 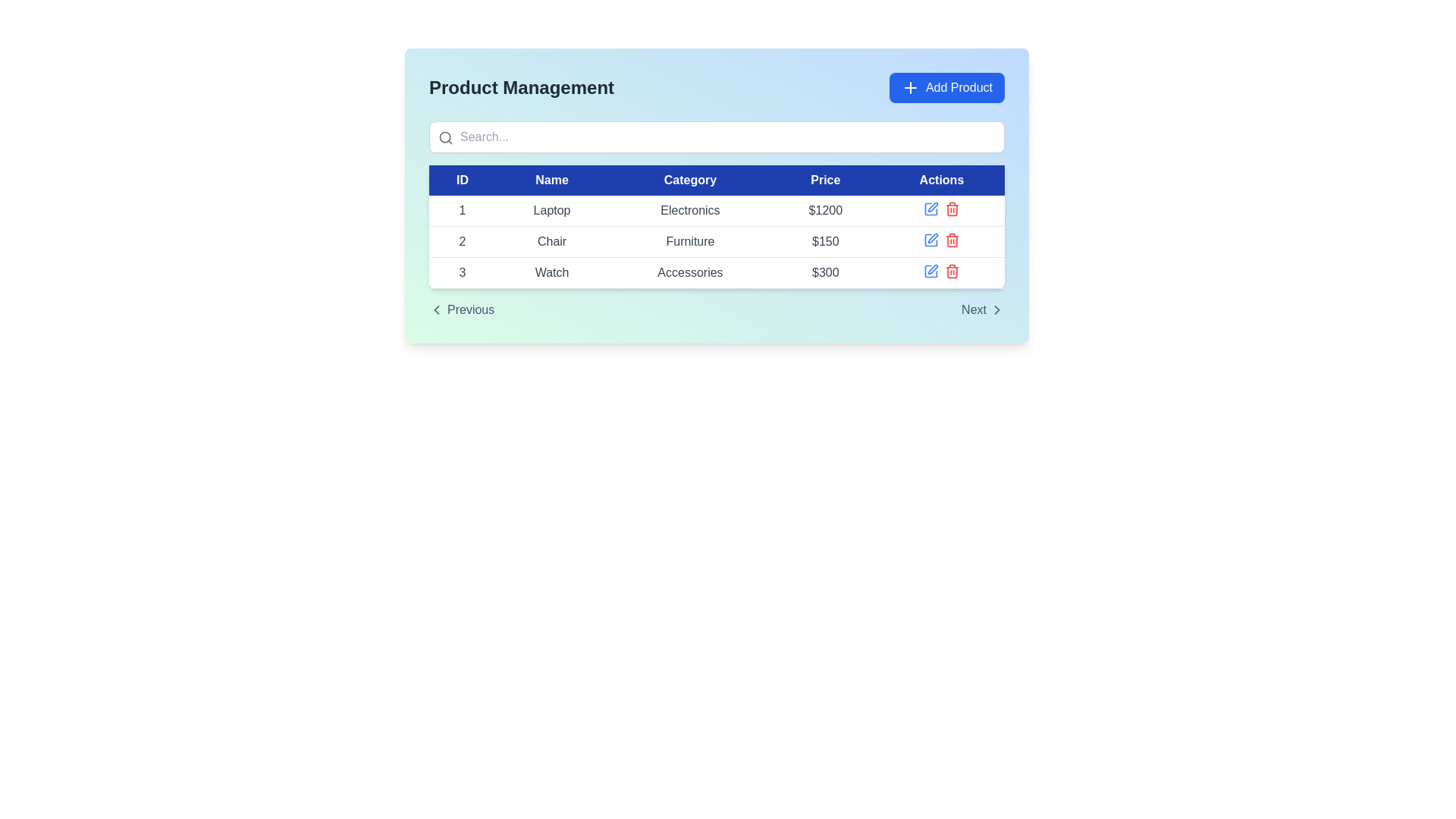 What do you see at coordinates (551, 271) in the screenshot?
I see `the text 'Watch' from the Text label located in the third row of the product list table under the 'Name' column` at bounding box center [551, 271].